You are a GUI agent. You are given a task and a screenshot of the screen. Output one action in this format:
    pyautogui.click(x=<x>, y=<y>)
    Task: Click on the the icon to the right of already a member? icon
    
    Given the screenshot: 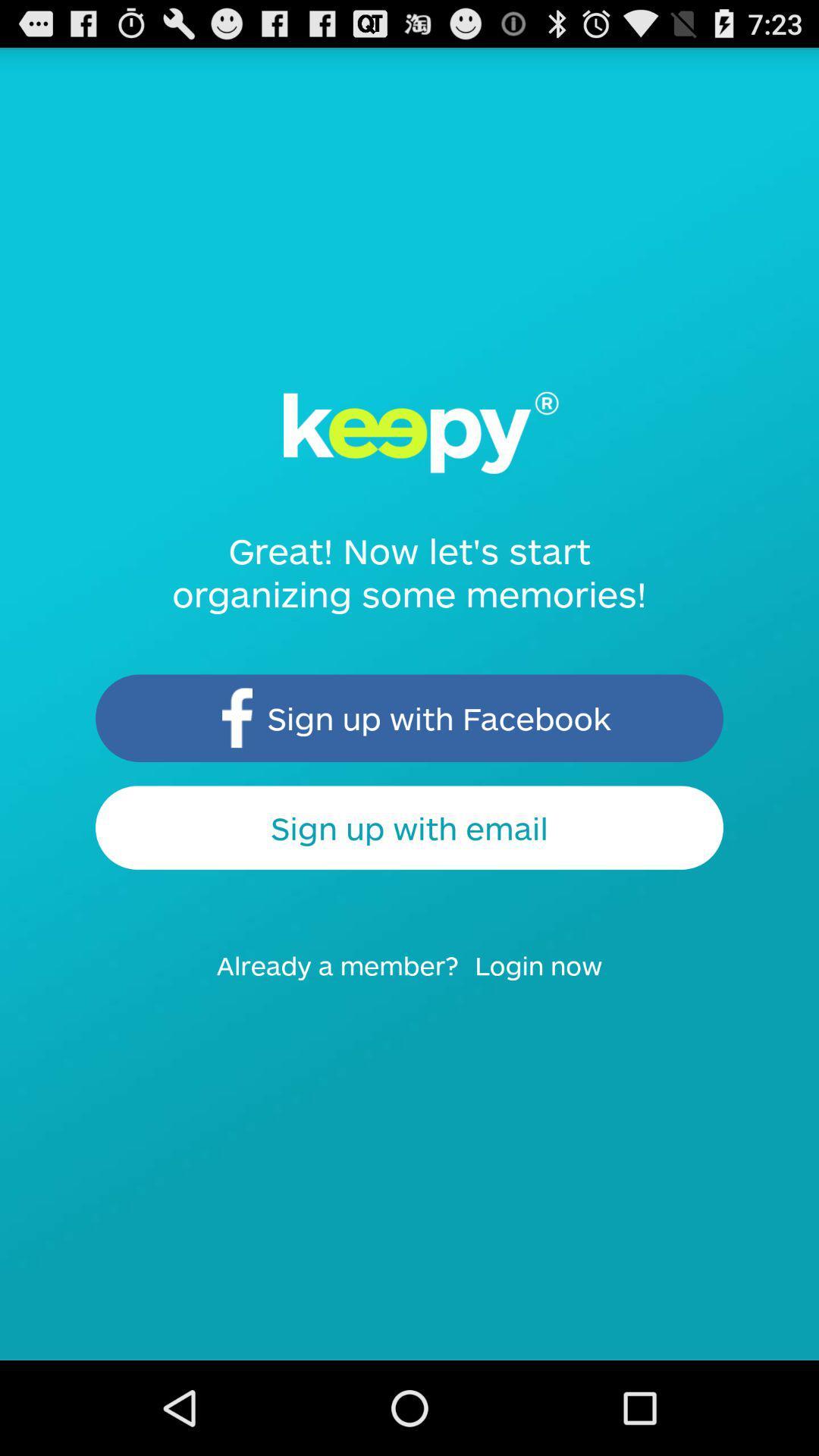 What is the action you would take?
    pyautogui.click(x=548, y=980)
    